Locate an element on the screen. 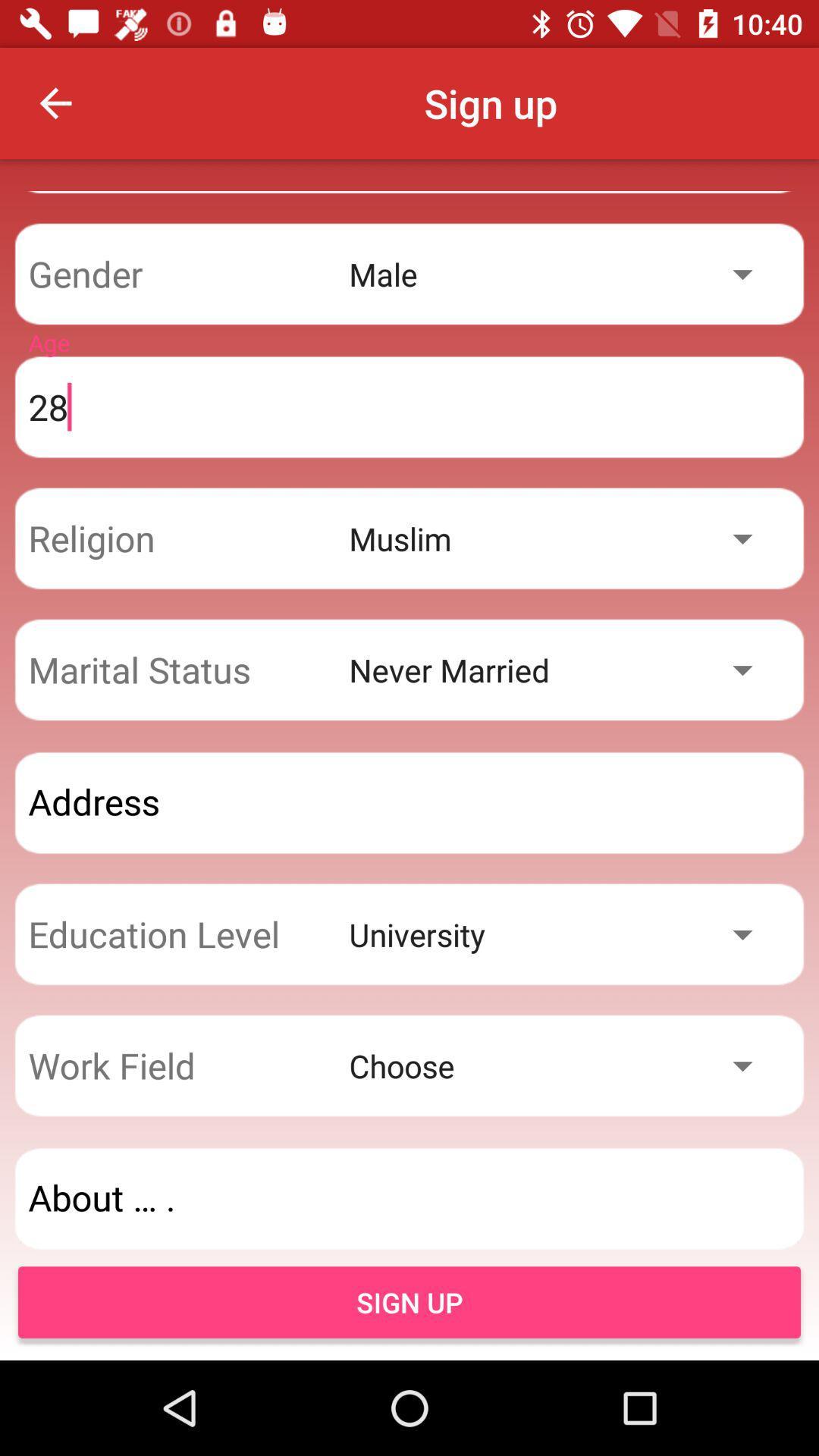 This screenshot has width=819, height=1456. adress entering bar is located at coordinates (409, 802).